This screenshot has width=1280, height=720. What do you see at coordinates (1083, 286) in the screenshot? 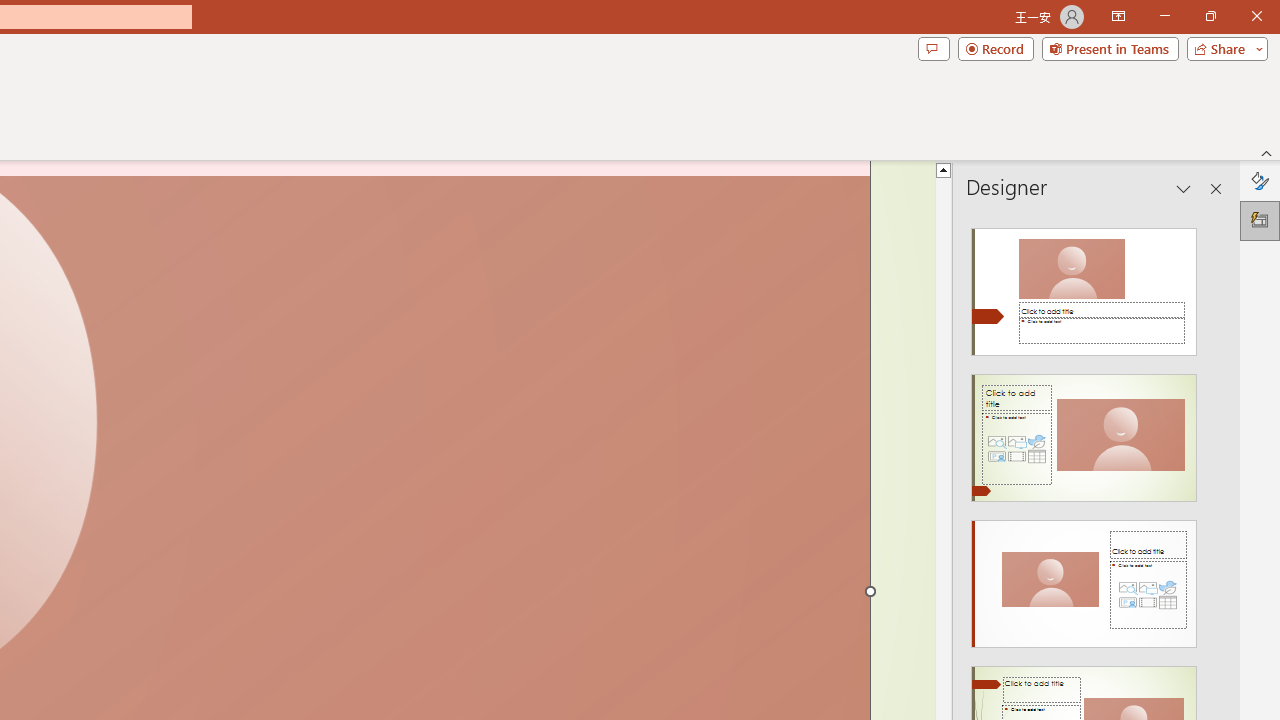
I see `'Recommended Design: Design Idea'` at bounding box center [1083, 286].